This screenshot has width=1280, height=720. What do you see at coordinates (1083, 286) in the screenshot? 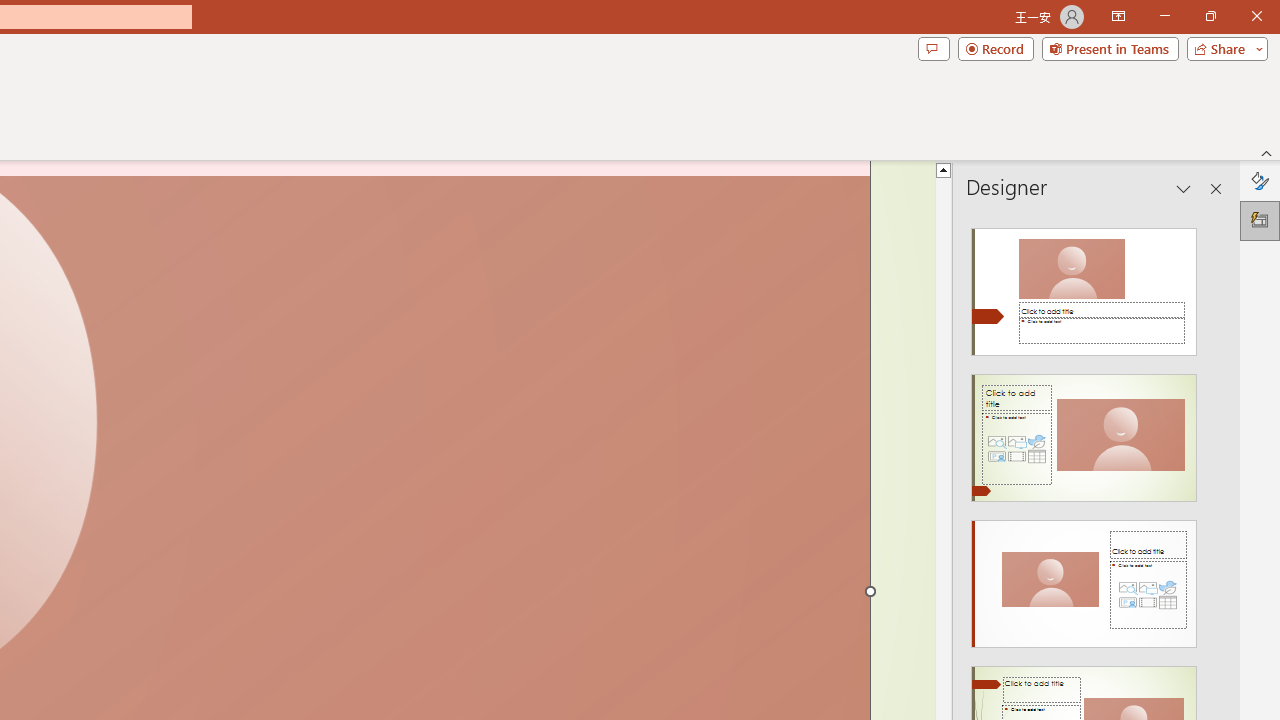
I see `'Recommended Design: Design Idea'` at bounding box center [1083, 286].